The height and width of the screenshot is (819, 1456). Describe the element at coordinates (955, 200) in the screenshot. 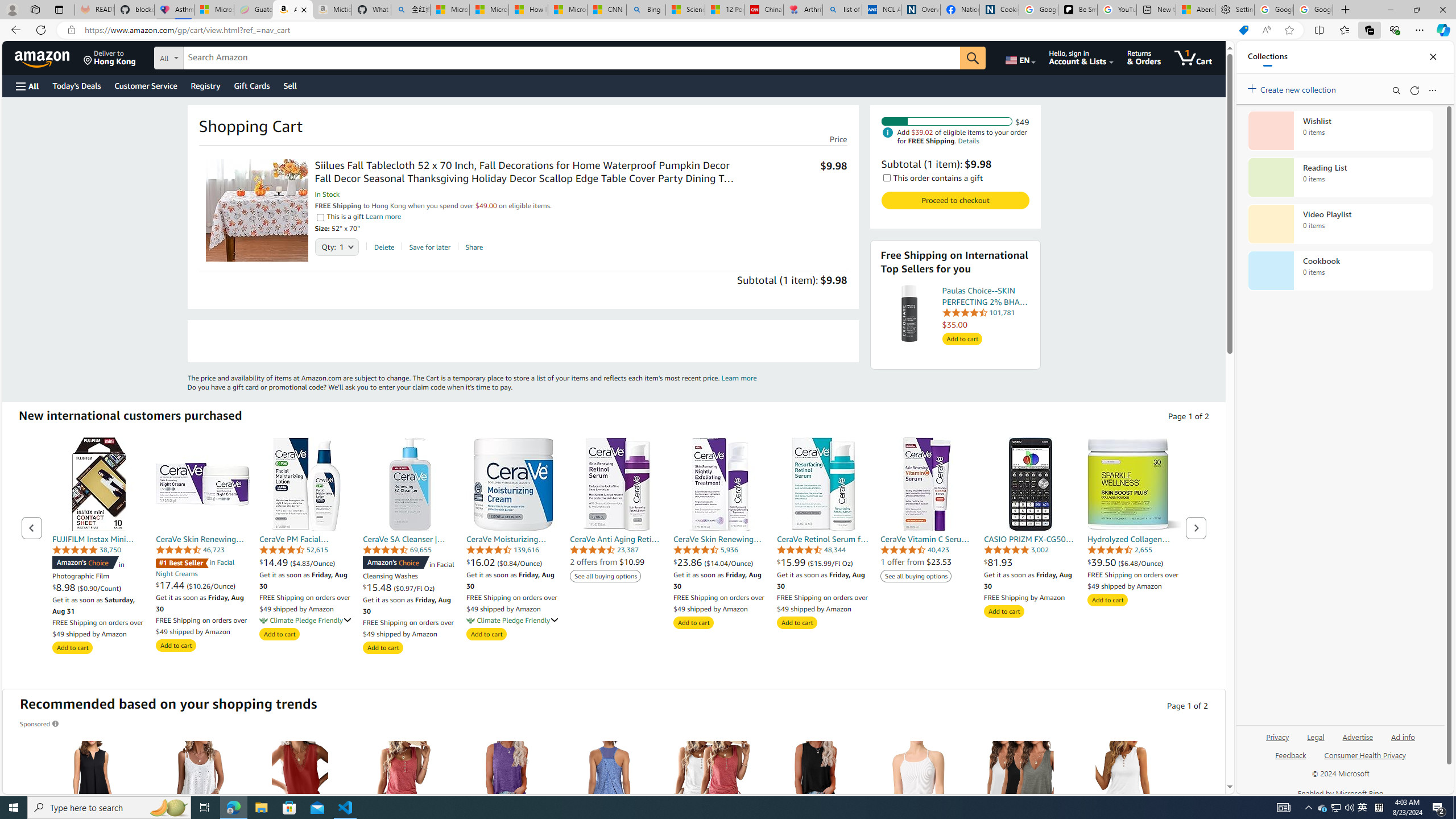

I see `'Proceed to checkout Check out Amazon Cart '` at that location.